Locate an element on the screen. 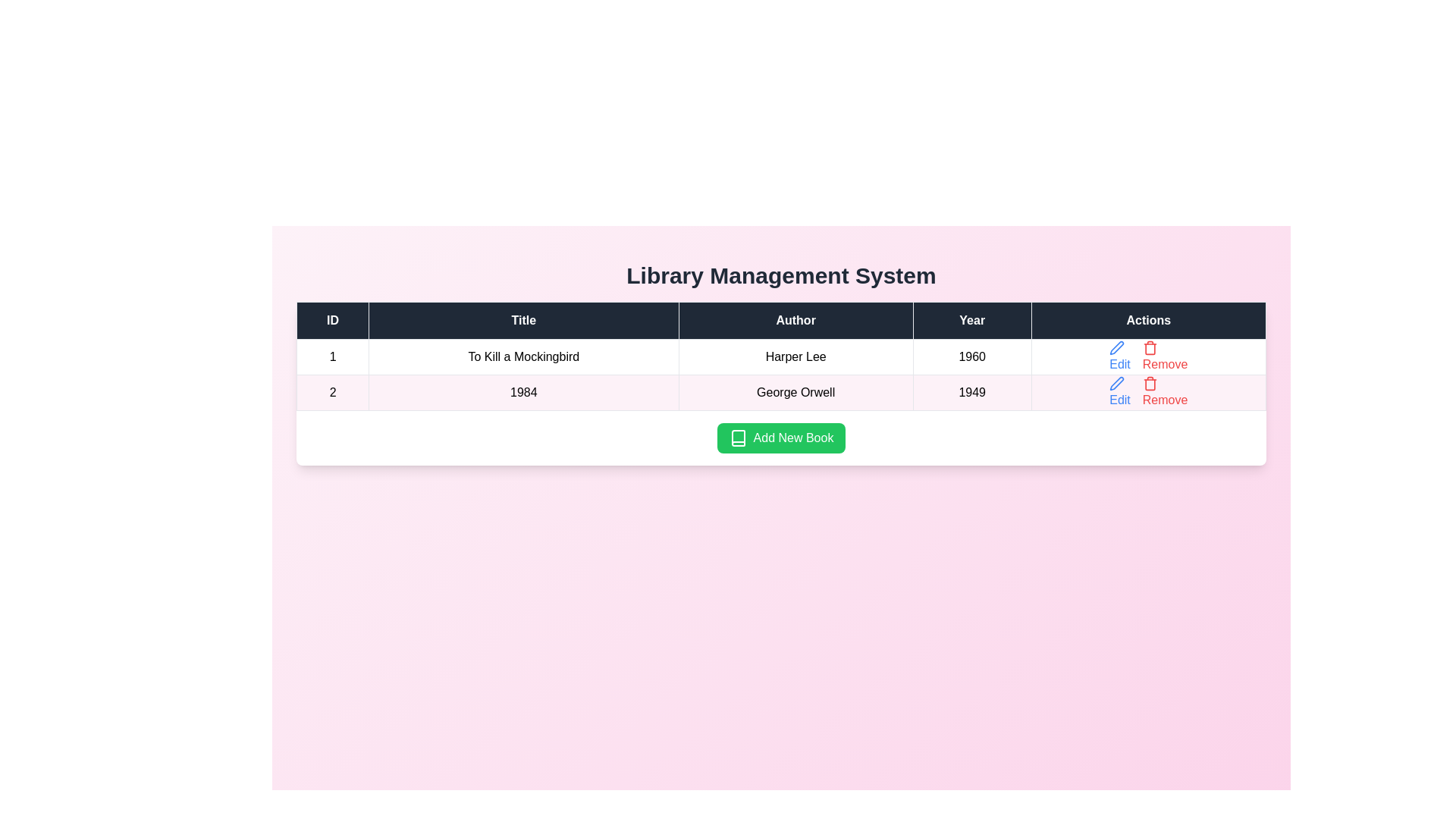  the green 'Add New Book' button with rounded corners and a book icon to initiate the 'Add New Book' function is located at coordinates (781, 438).